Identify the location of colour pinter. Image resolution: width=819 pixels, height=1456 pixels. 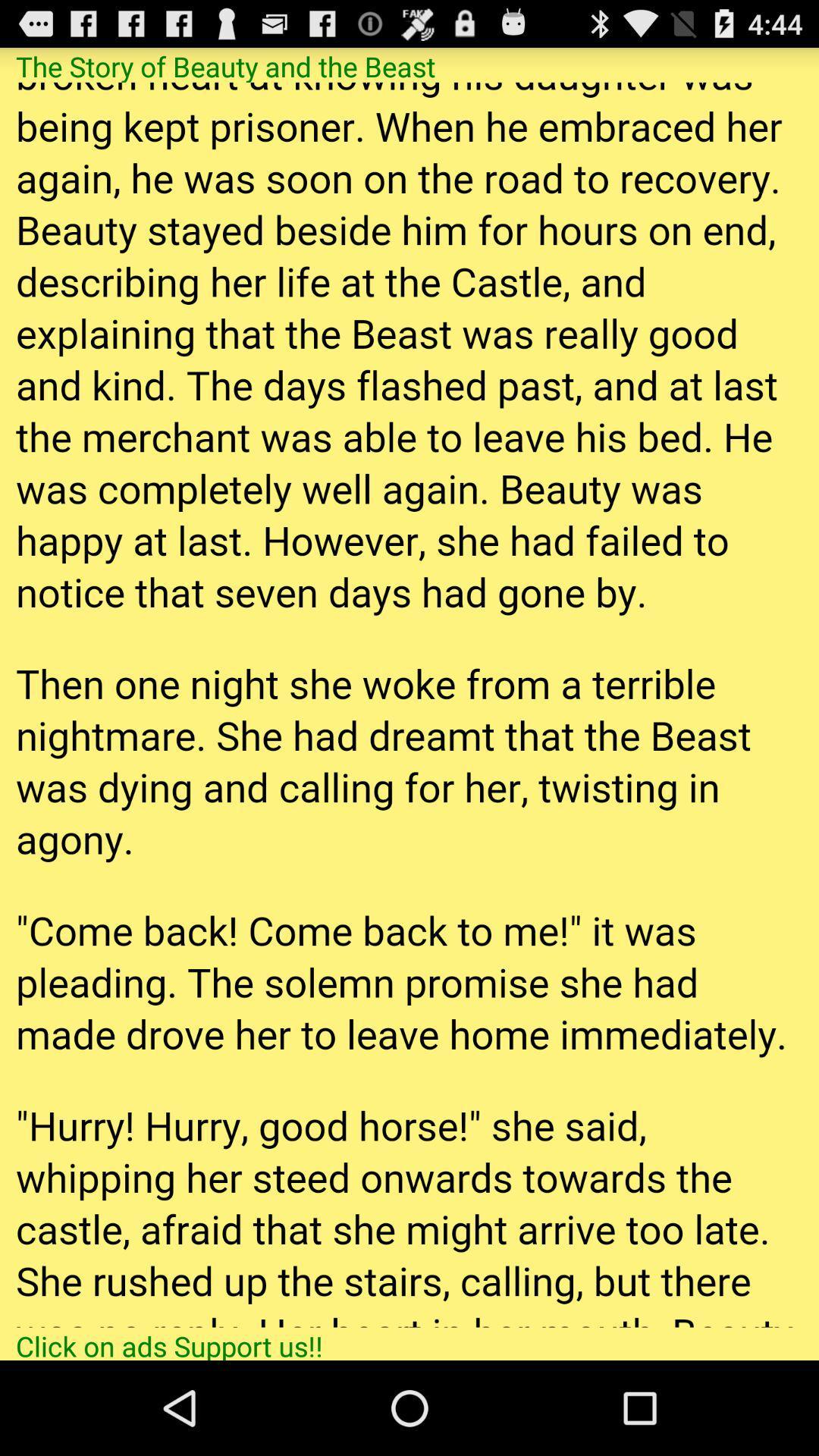
(409, 704).